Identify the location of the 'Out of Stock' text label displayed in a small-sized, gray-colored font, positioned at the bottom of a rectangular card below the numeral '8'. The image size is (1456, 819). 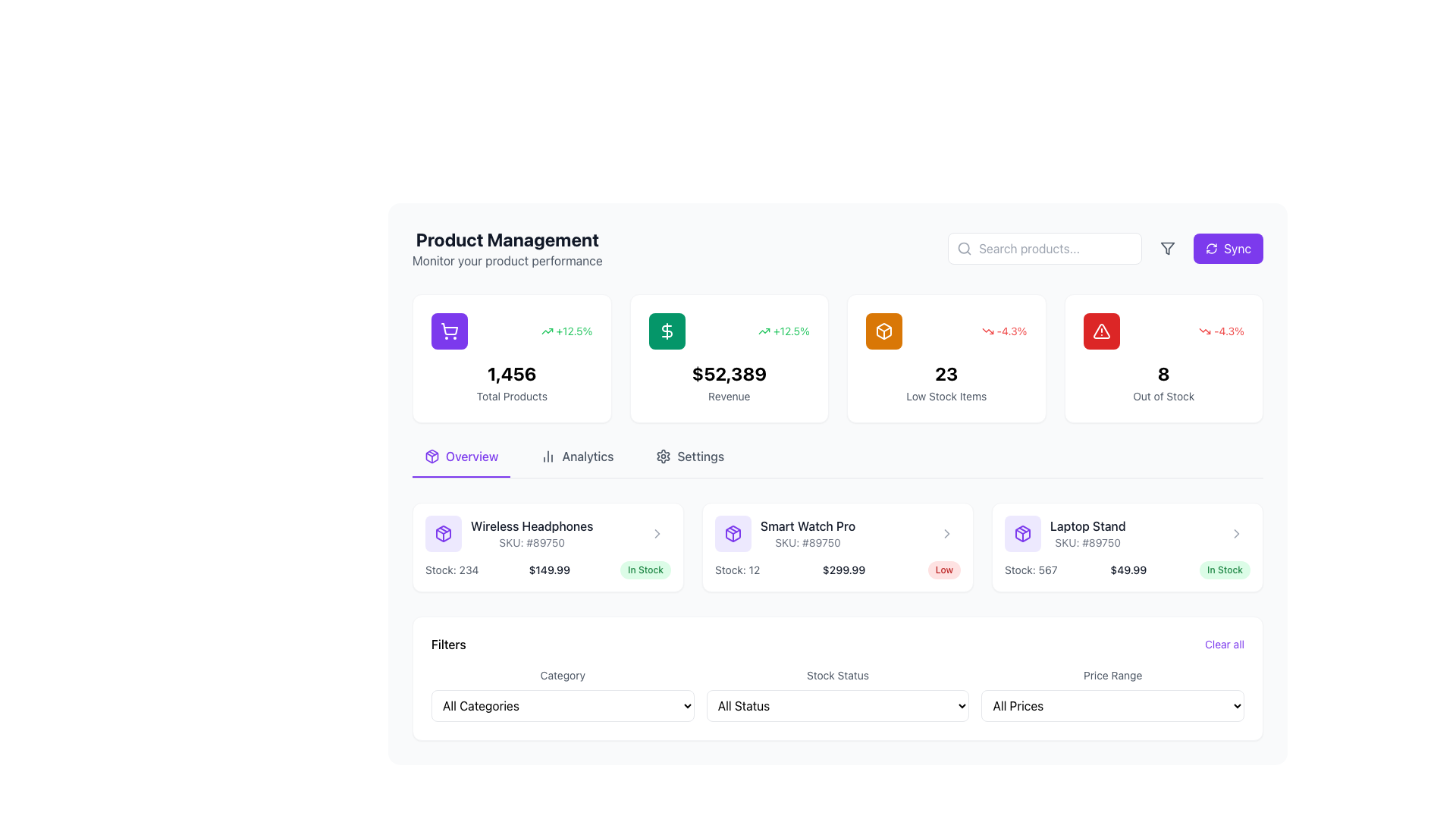
(1163, 396).